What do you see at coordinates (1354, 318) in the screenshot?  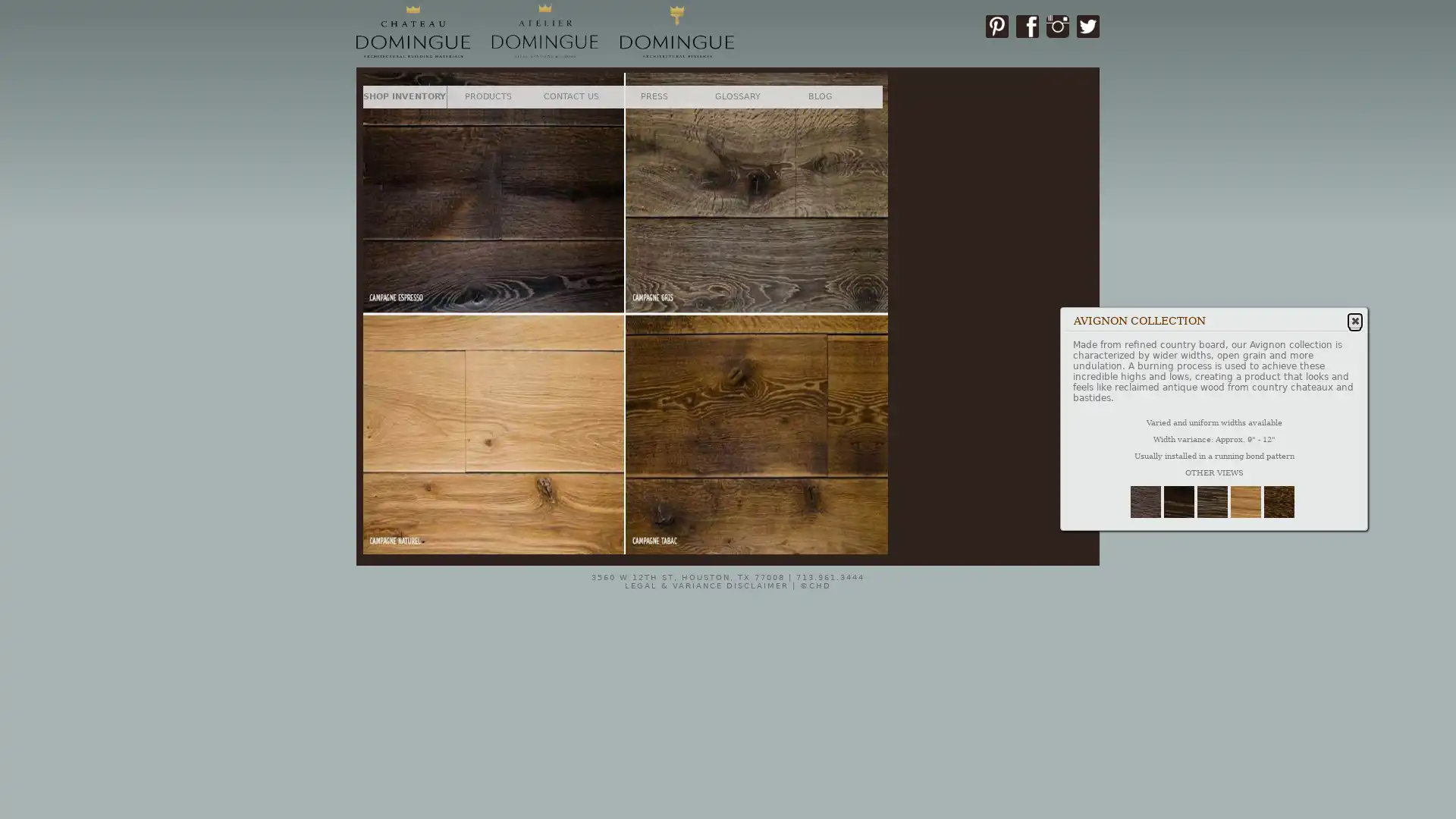 I see `Close` at bounding box center [1354, 318].